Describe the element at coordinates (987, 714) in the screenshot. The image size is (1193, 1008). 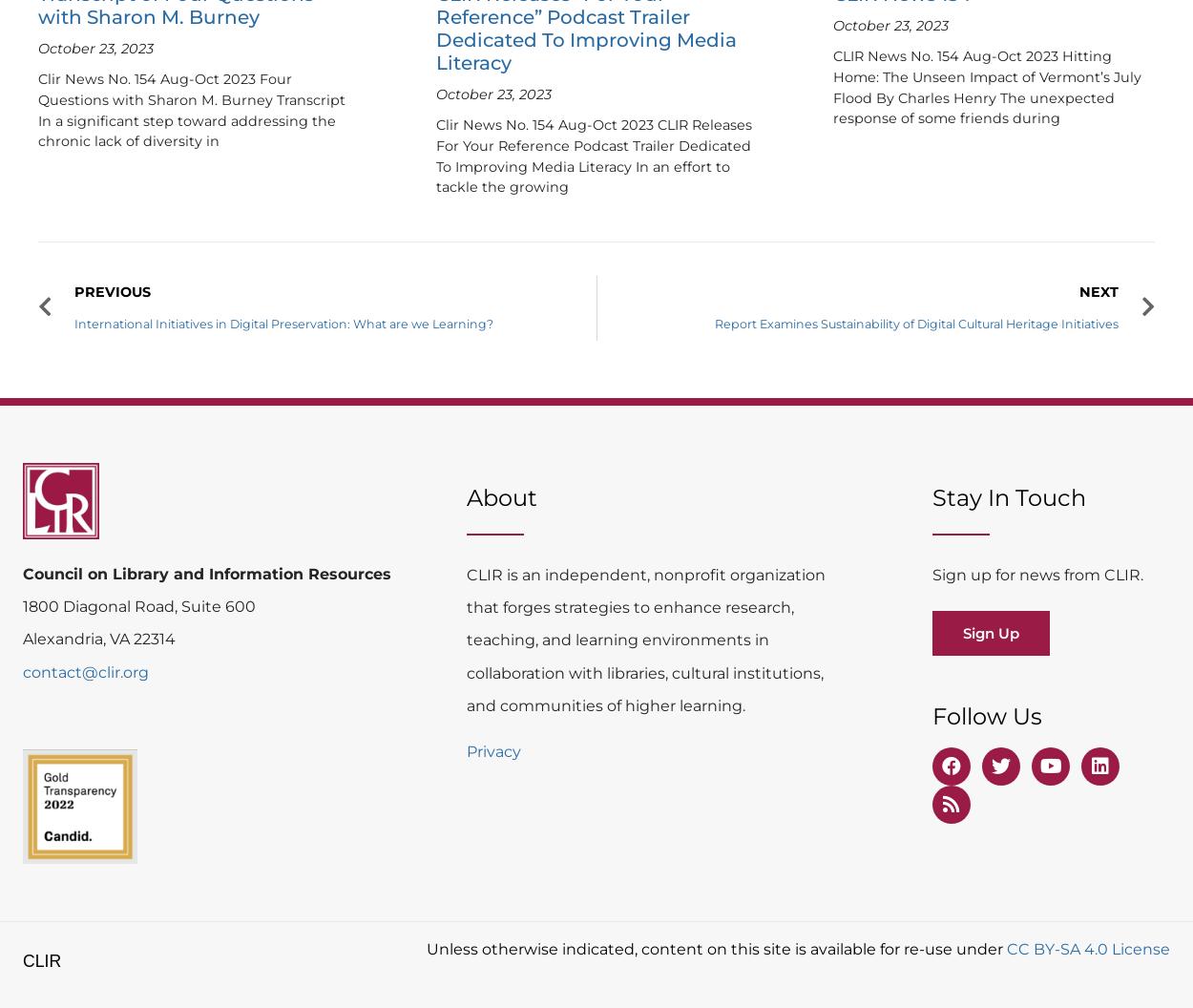
I see `'Follow Us'` at that location.